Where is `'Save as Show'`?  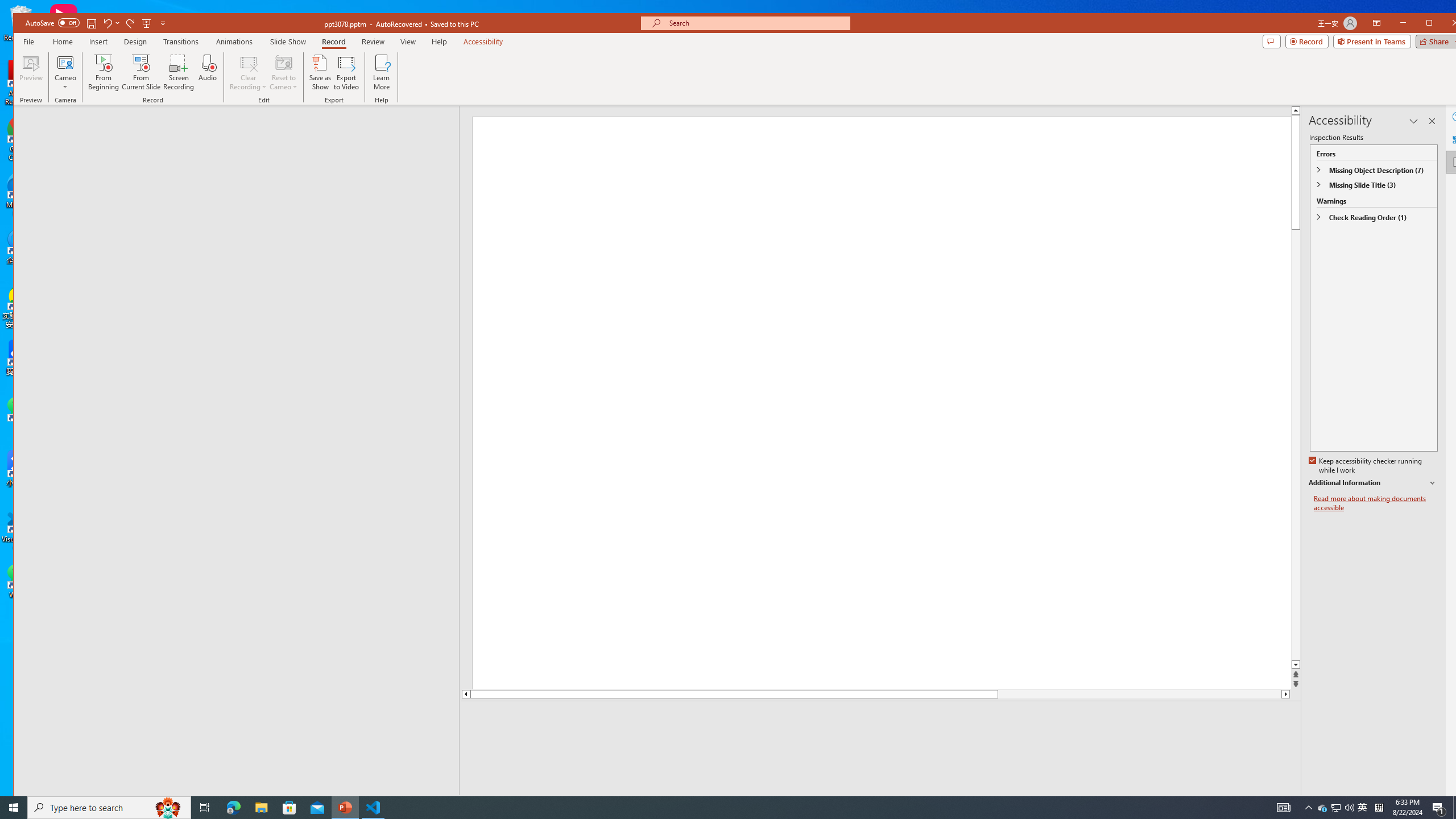 'Save as Show' is located at coordinates (320, 72).